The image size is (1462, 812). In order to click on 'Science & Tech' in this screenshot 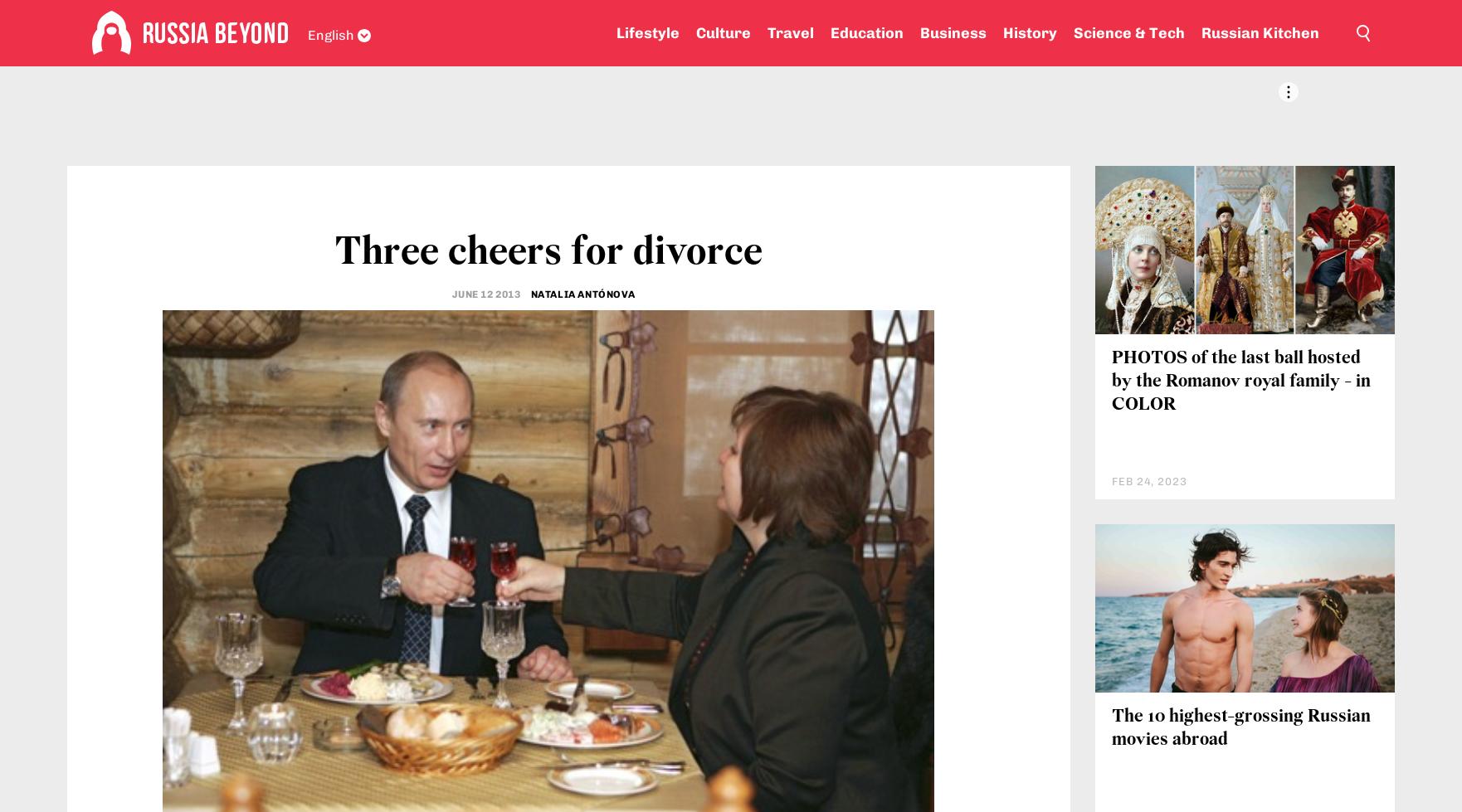, I will do `click(1128, 33)`.